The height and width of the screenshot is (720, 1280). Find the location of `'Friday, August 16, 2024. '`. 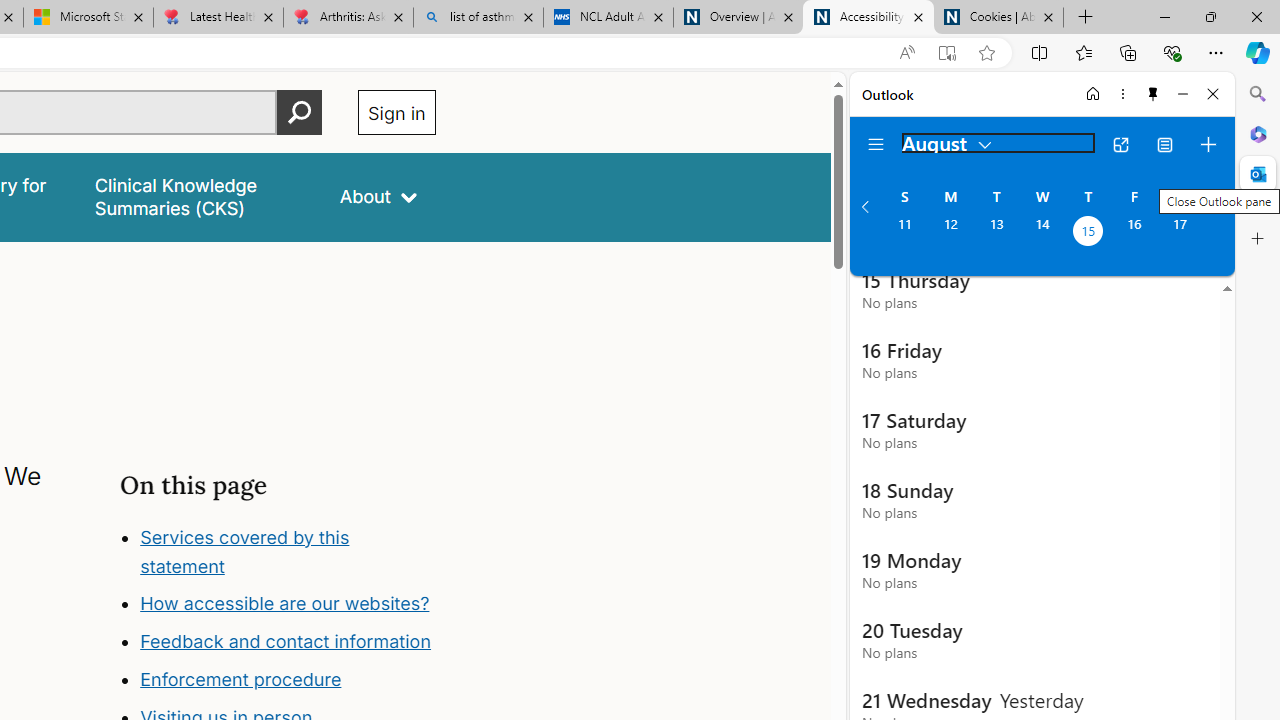

'Friday, August 16, 2024. ' is located at coordinates (1134, 232).